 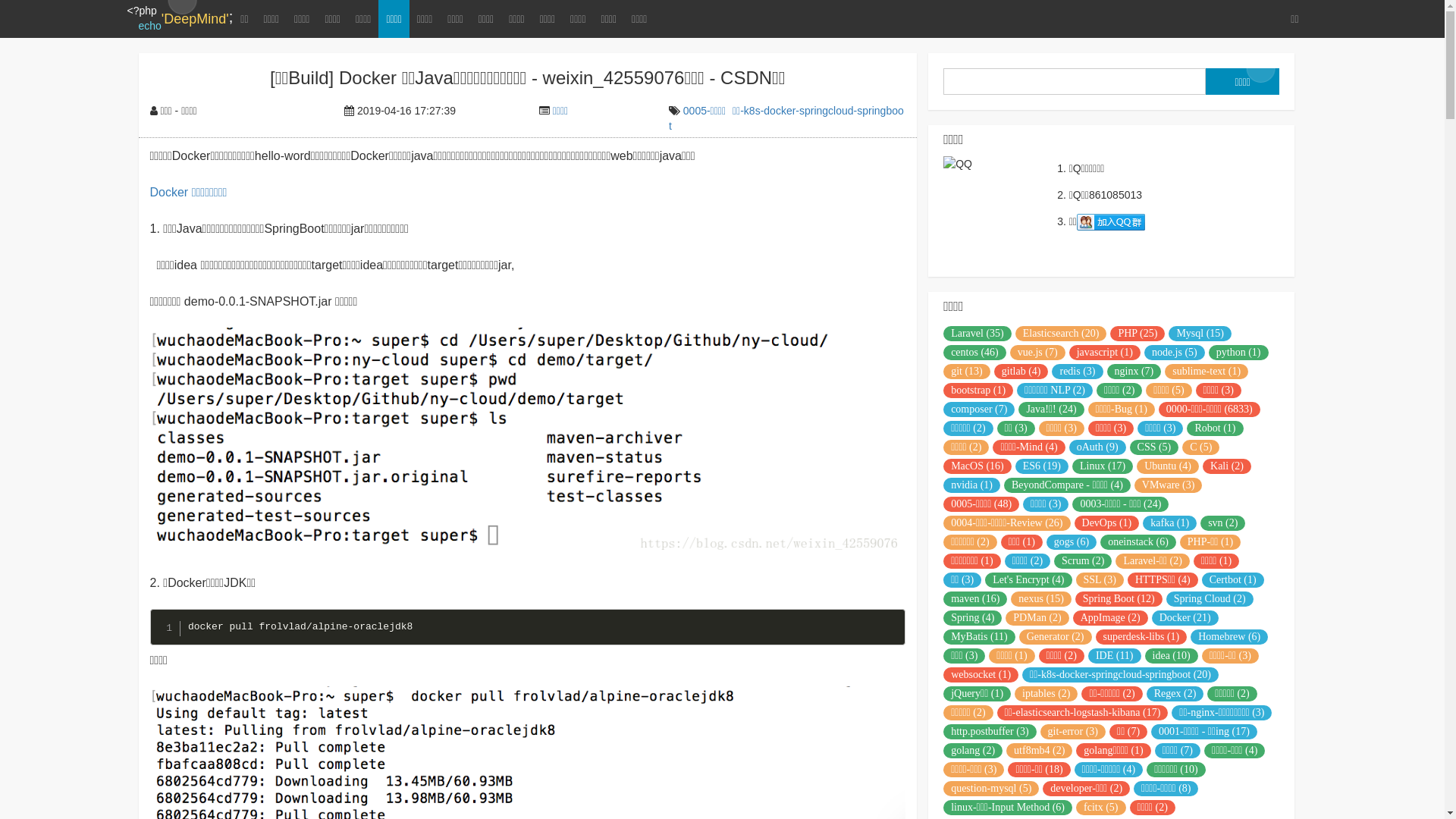 What do you see at coordinates (1138, 541) in the screenshot?
I see `'oneinstack (6)'` at bounding box center [1138, 541].